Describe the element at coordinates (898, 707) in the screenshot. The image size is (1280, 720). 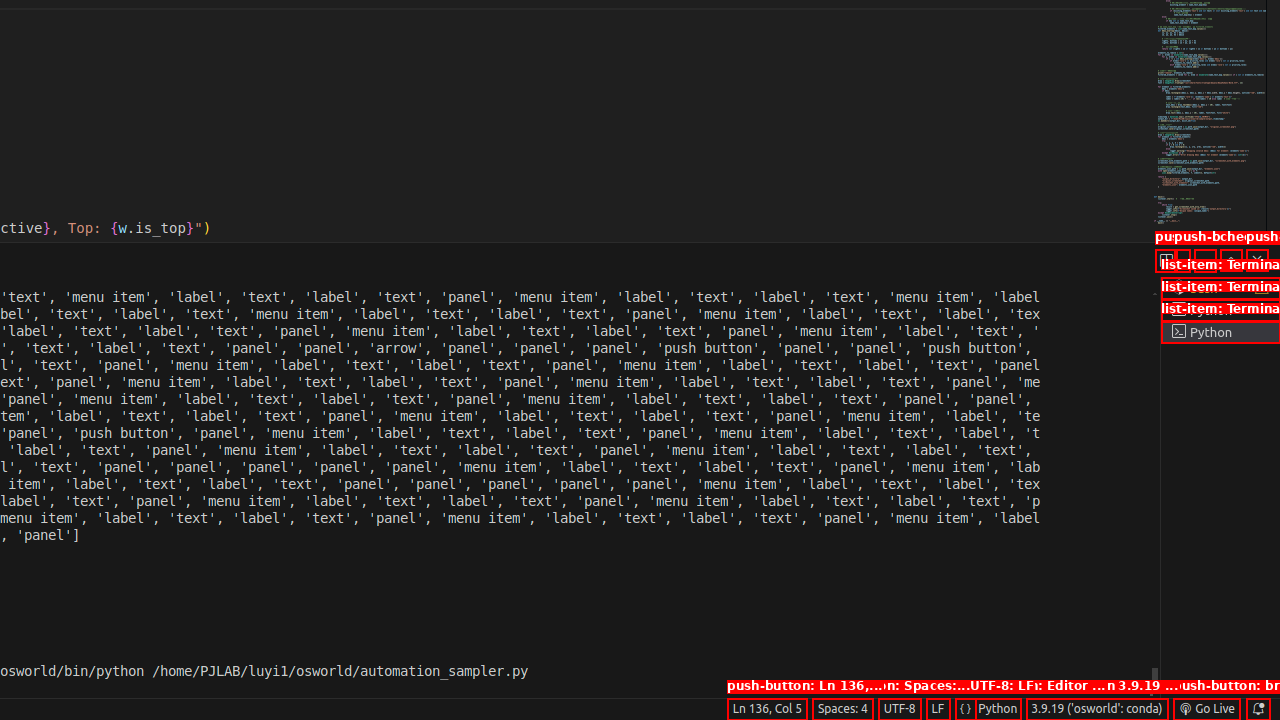
I see `'UTF-8'` at that location.